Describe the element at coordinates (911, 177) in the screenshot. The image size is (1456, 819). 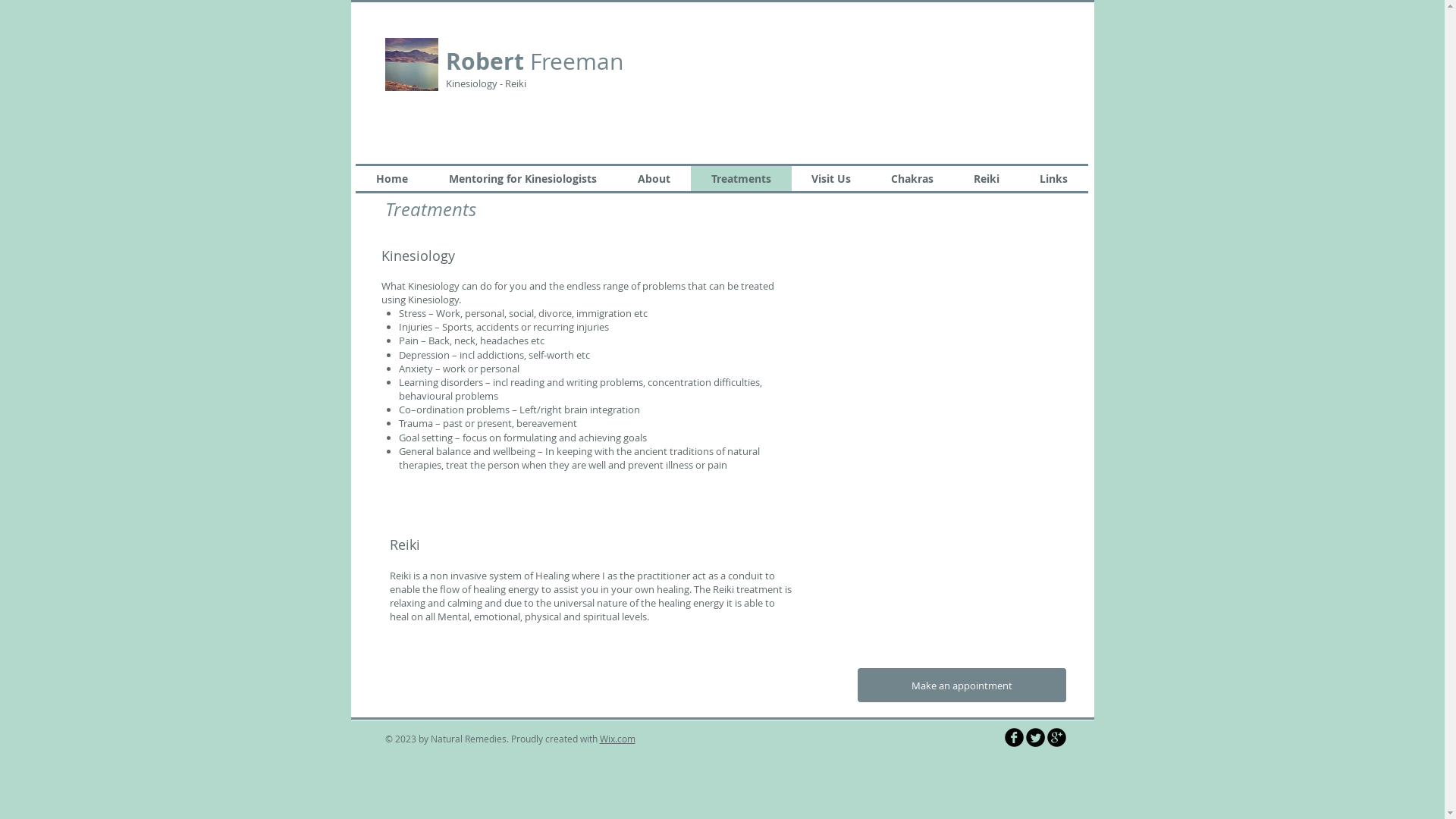
I see `'Chakras'` at that location.